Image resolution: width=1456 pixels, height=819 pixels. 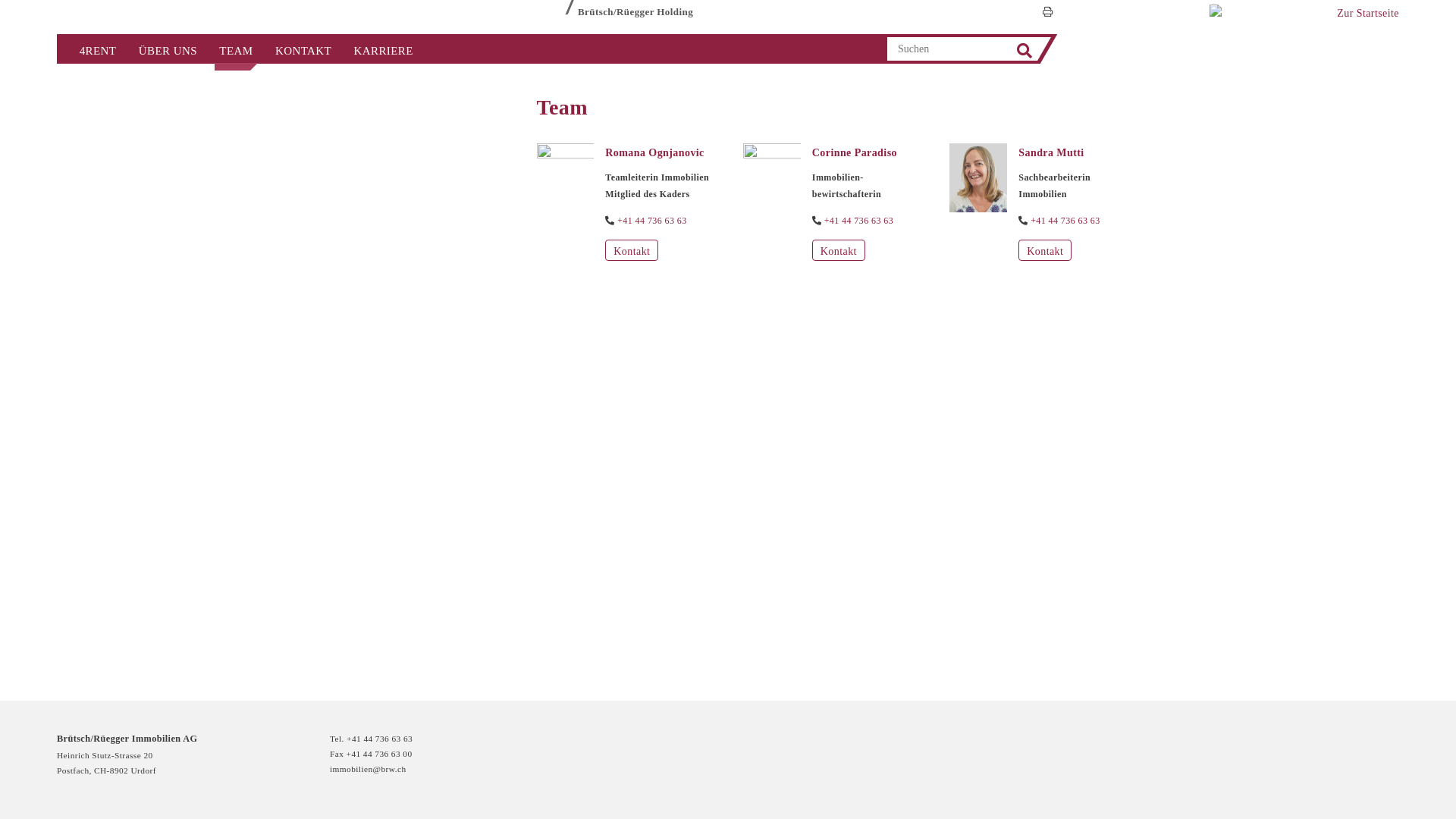 I want to click on 'Kontakt', so click(x=1018, y=249).